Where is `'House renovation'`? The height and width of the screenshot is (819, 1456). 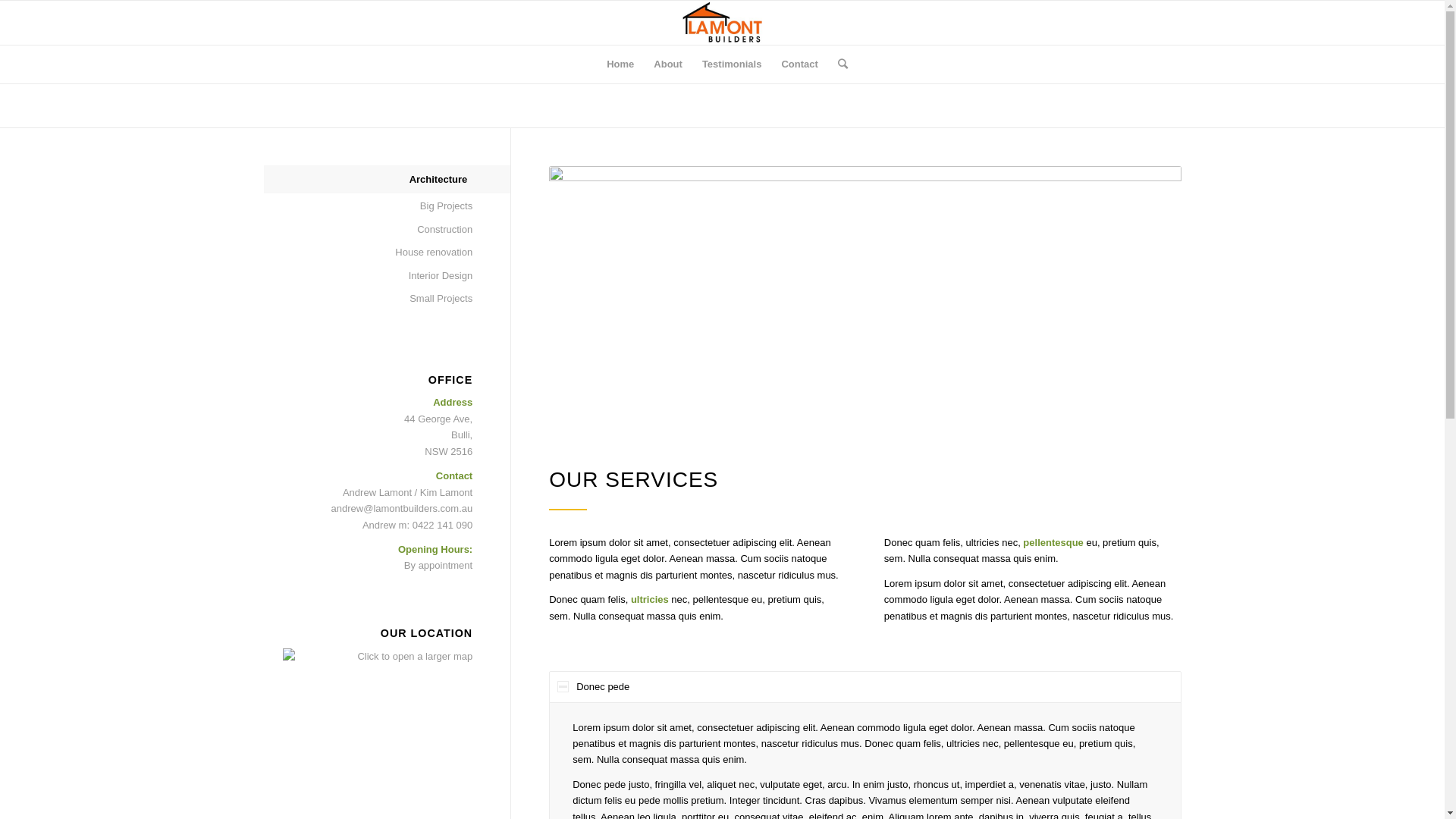 'House renovation' is located at coordinates (368, 251).